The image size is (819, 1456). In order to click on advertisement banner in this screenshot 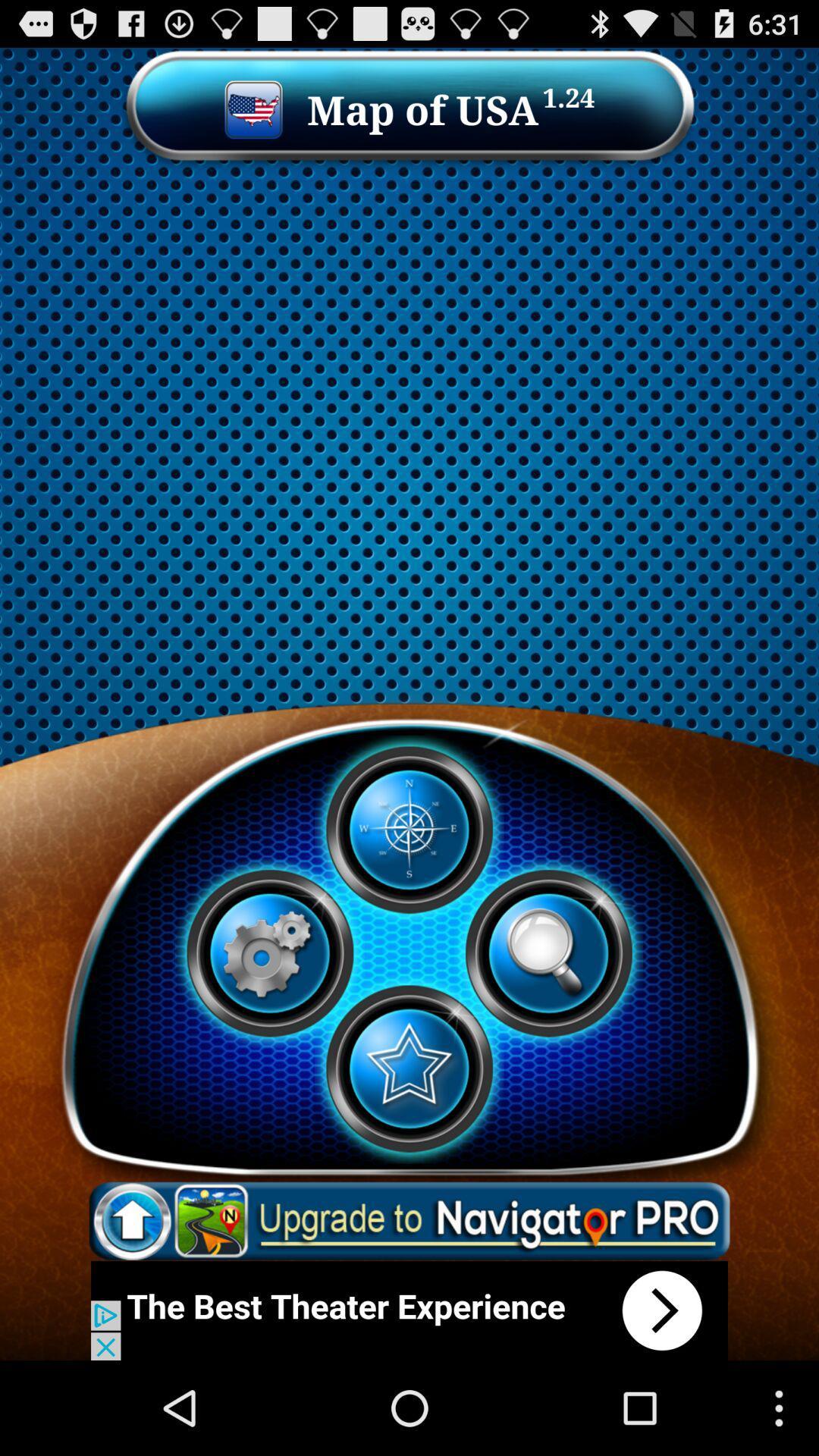, I will do `click(409, 1310)`.